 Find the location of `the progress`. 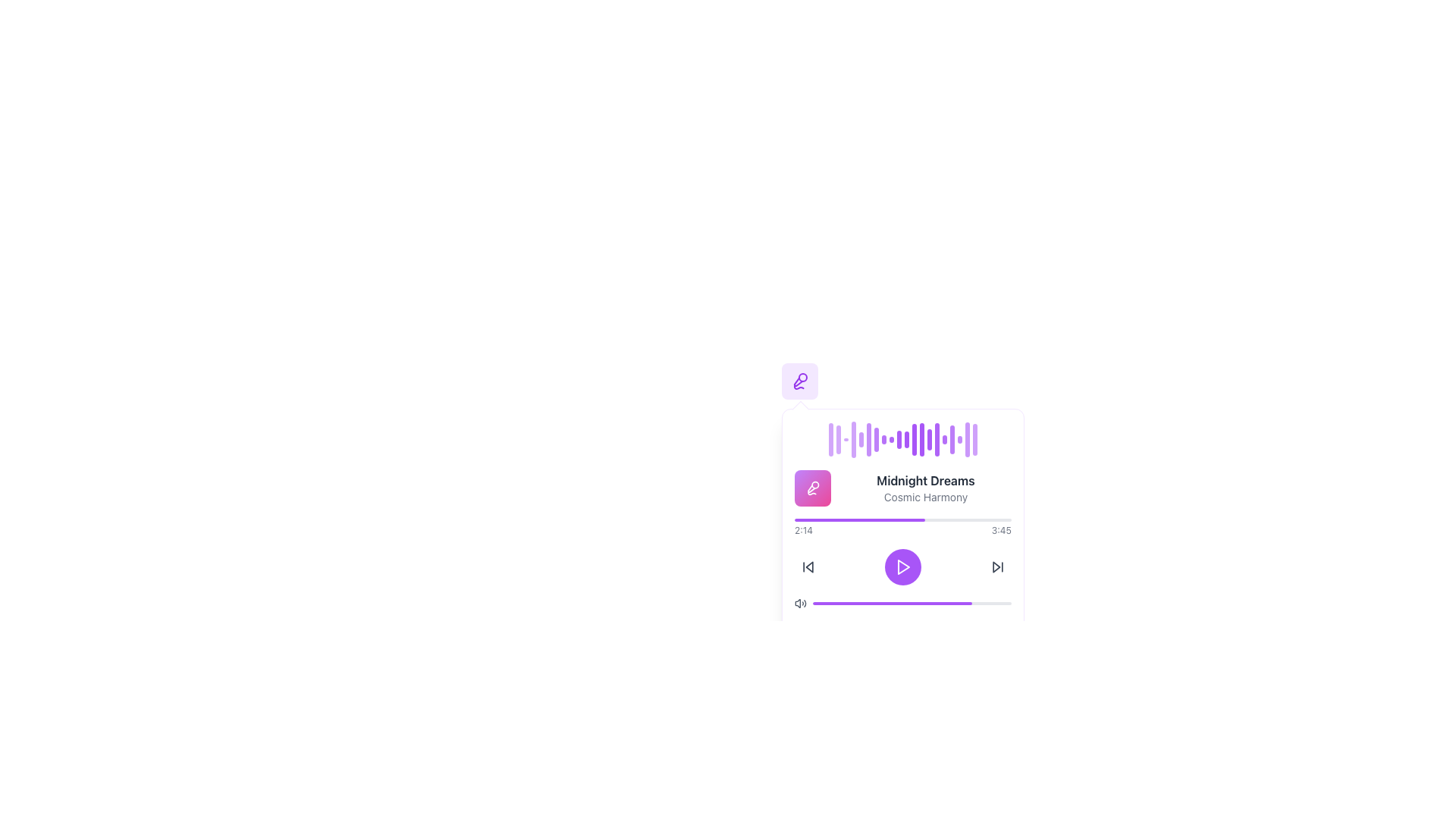

the progress is located at coordinates (856, 602).